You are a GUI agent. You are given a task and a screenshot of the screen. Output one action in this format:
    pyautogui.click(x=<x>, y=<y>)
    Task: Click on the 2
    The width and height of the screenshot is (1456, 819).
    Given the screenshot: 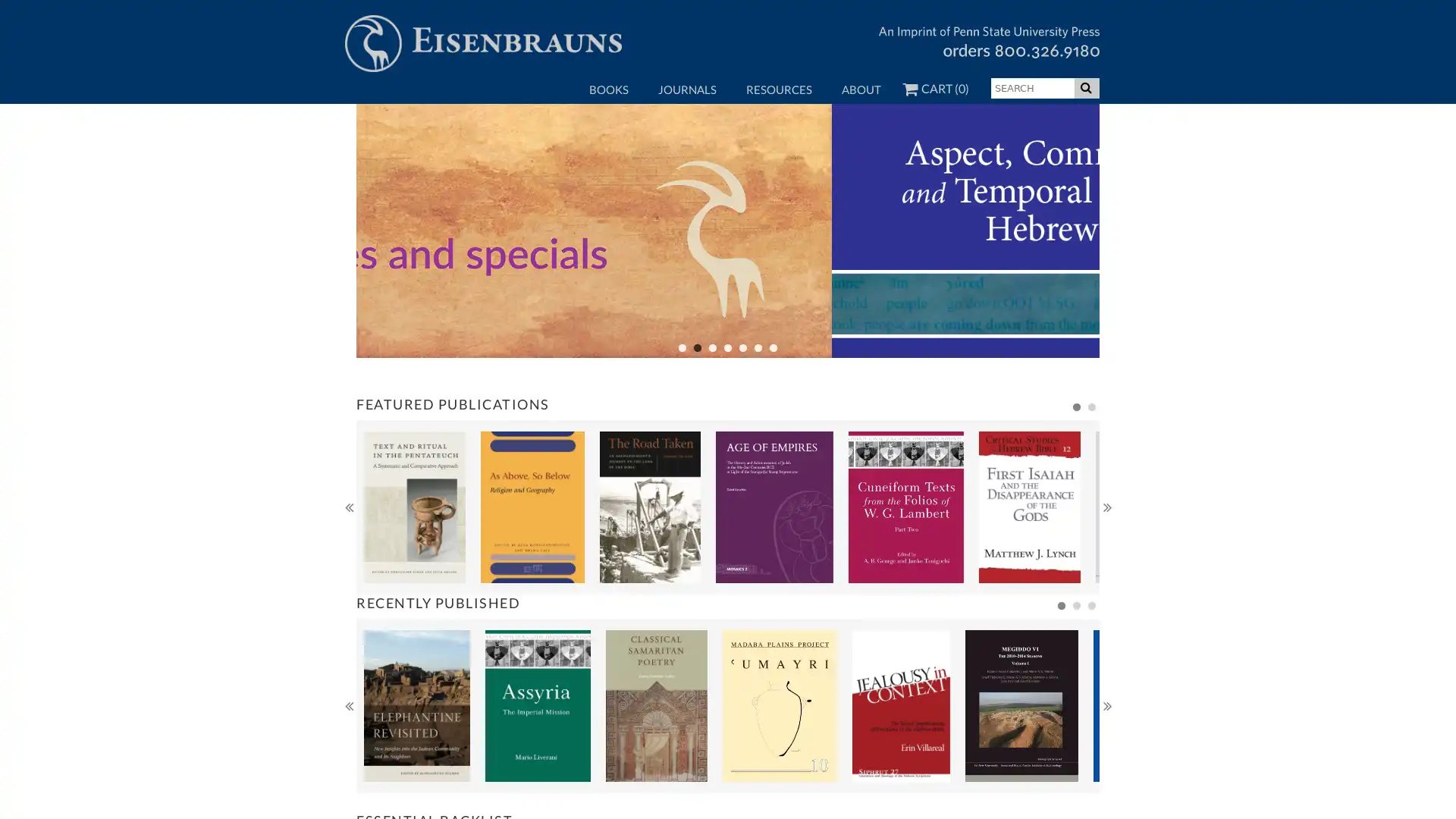 What is the action you would take?
    pyautogui.click(x=697, y=405)
    